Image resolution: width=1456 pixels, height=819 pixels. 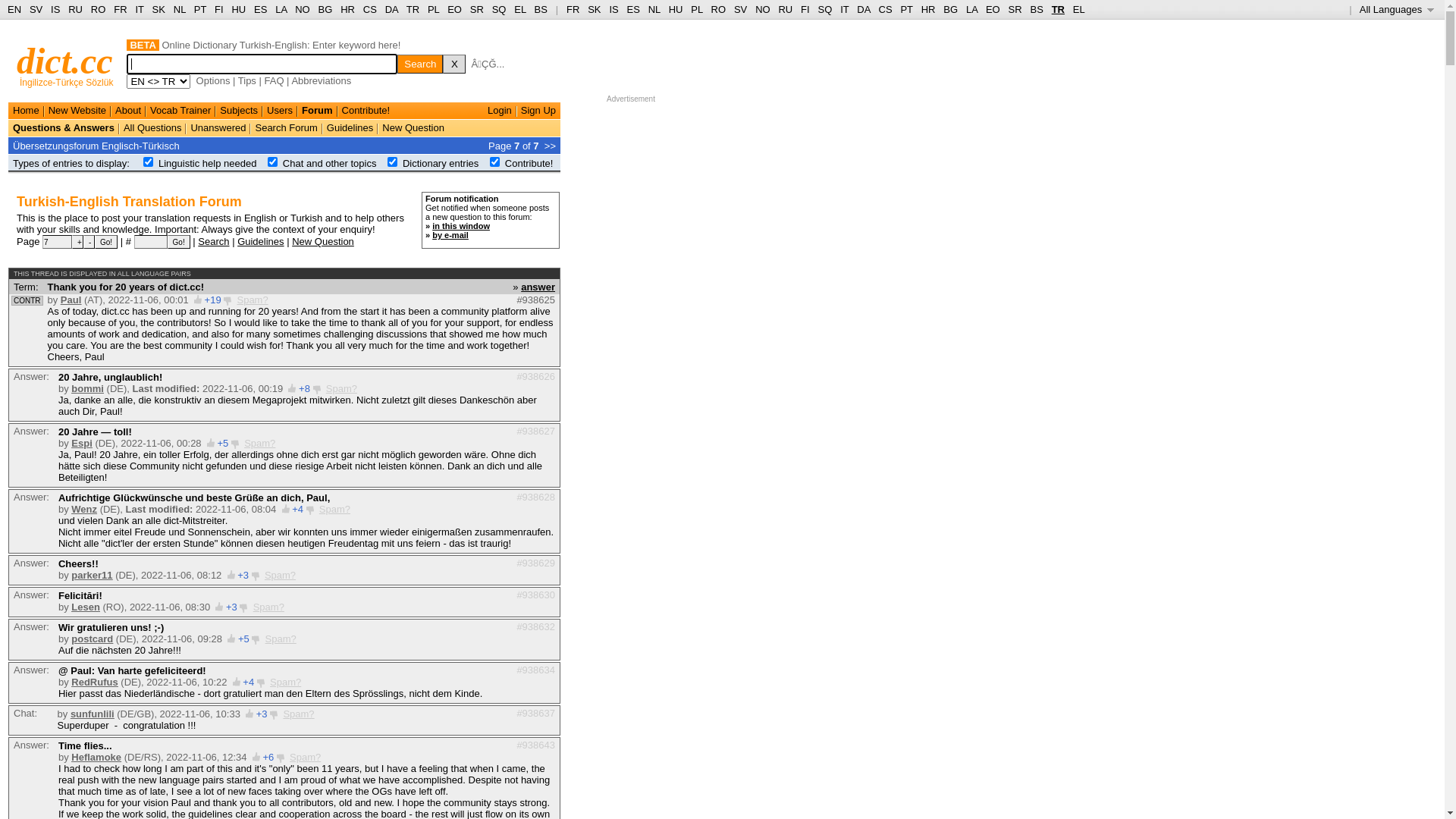 I want to click on 'EL', so click(x=519, y=9).